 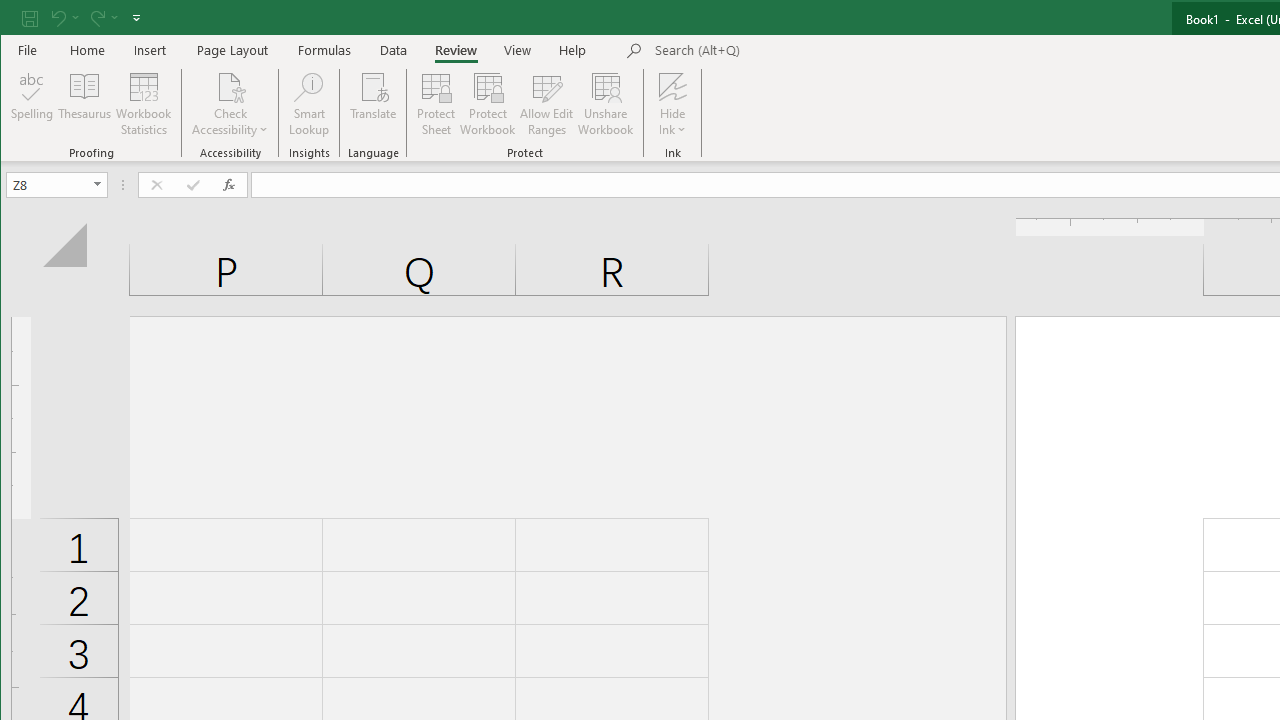 I want to click on 'Allow Edit Ranges', so click(x=547, y=104).